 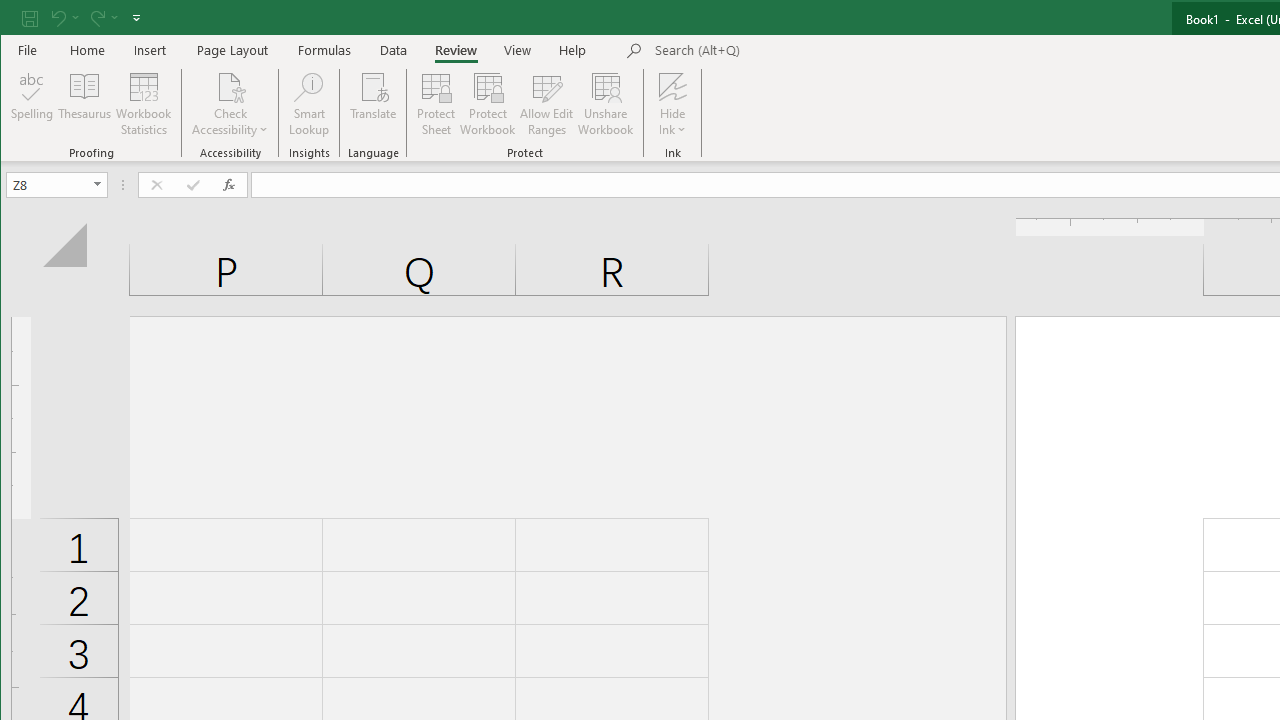 I want to click on 'Allow Edit Ranges', so click(x=547, y=104).